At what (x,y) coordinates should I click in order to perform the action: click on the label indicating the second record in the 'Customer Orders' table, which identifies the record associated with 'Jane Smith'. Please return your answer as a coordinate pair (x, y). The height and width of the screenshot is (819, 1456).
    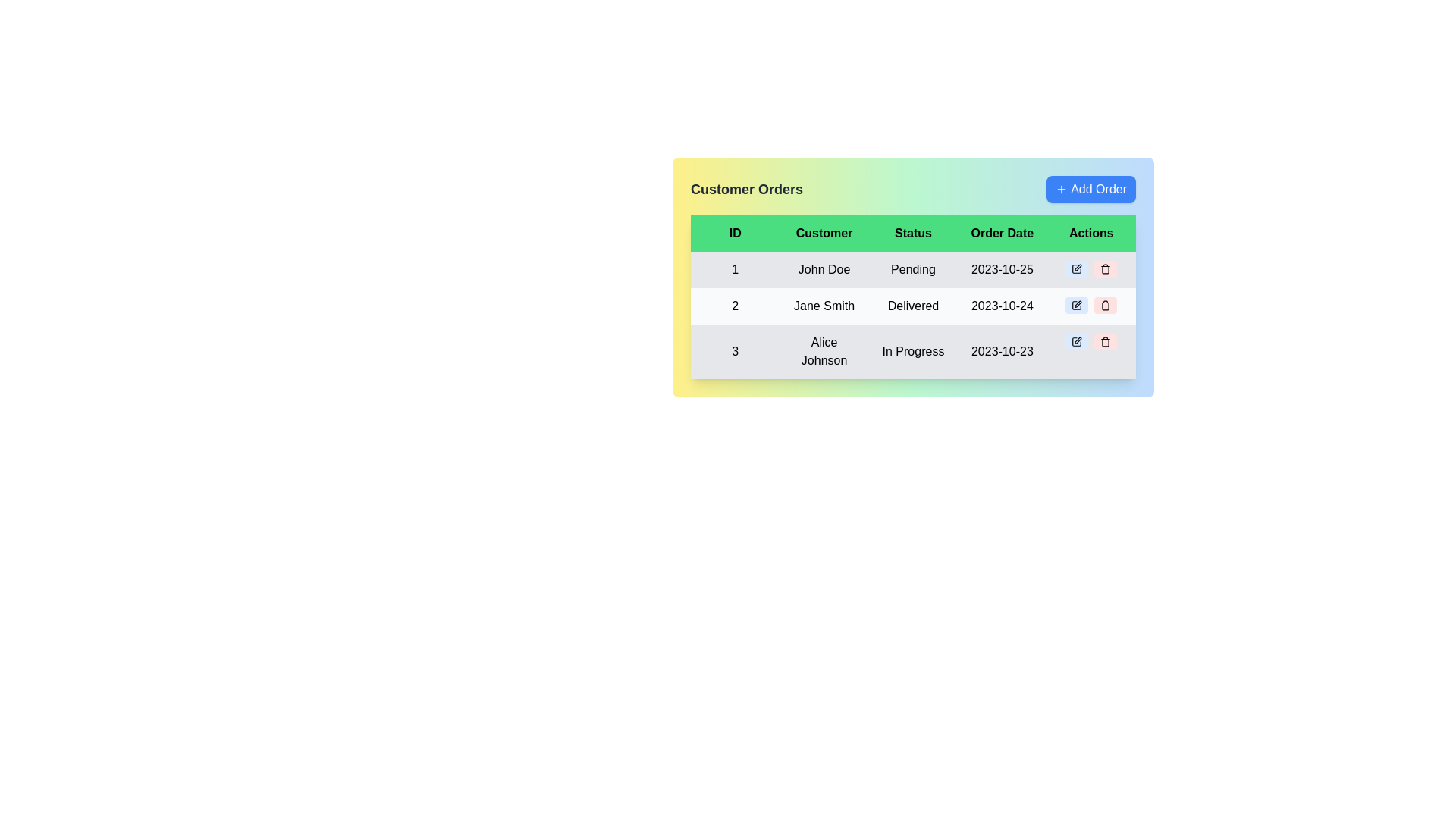
    Looking at the image, I should click on (735, 306).